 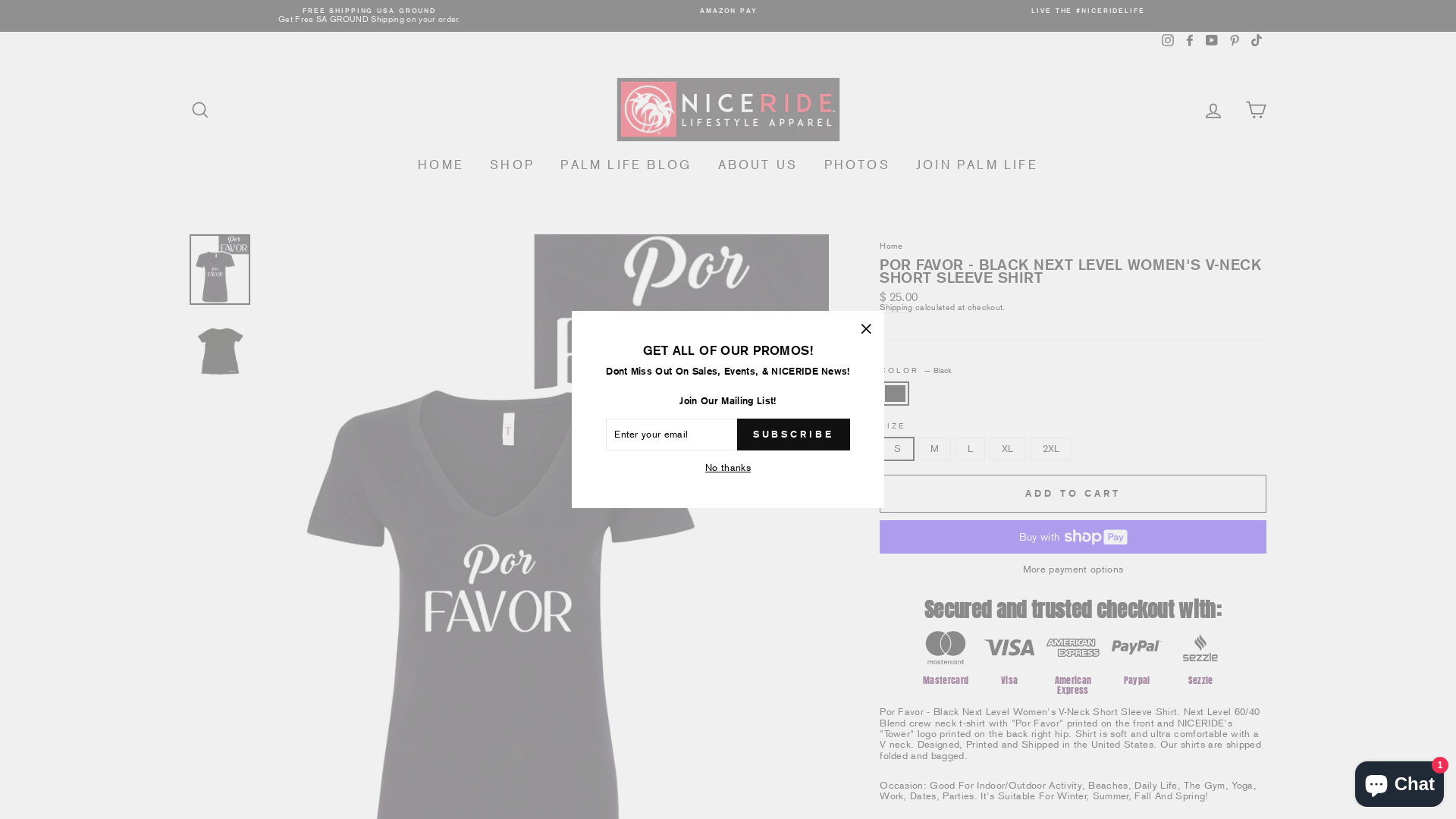 What do you see at coordinates (199, 108) in the screenshot?
I see `'SEARCH'` at bounding box center [199, 108].